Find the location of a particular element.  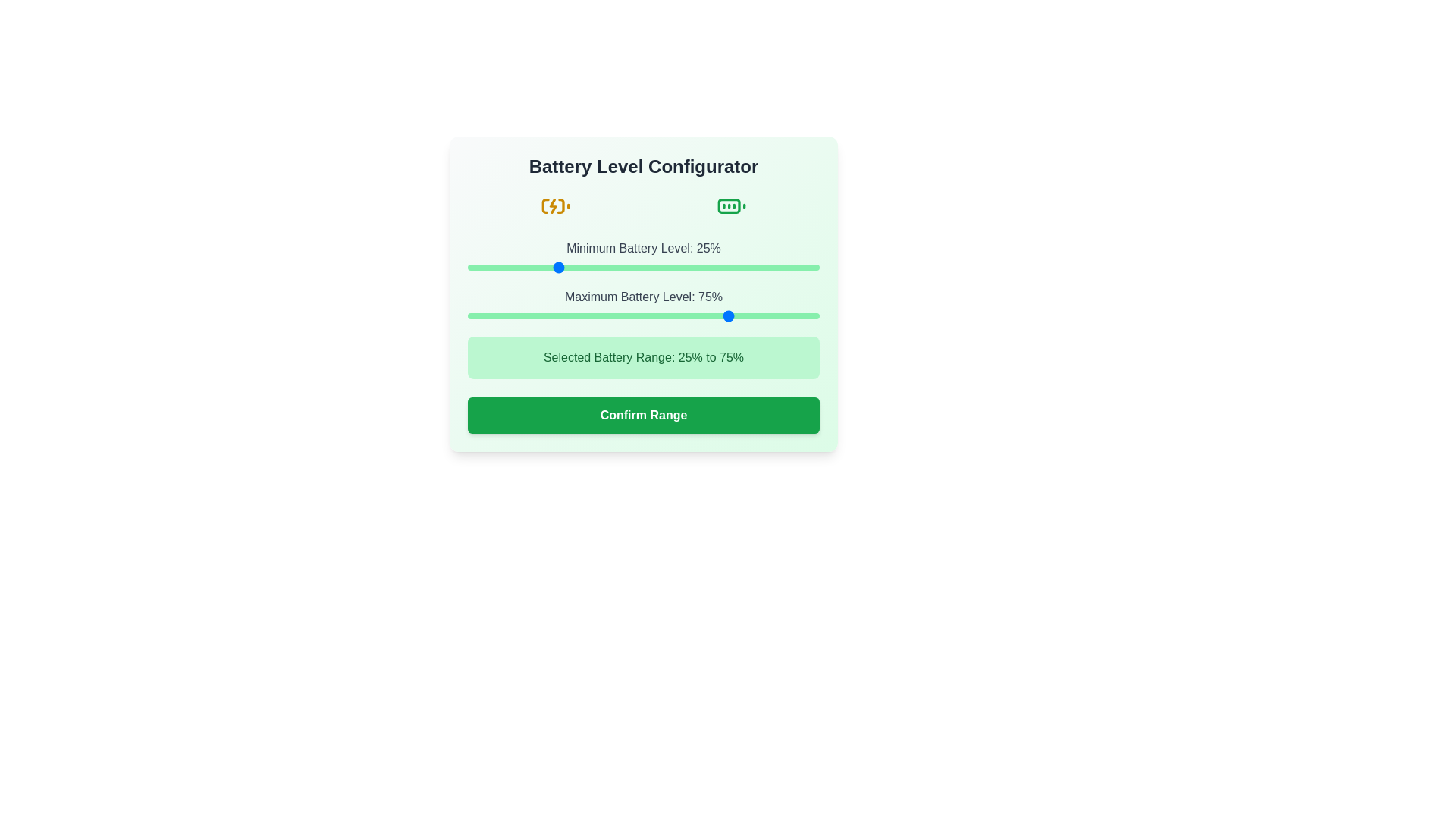

the maximum battery level is located at coordinates (790, 315).